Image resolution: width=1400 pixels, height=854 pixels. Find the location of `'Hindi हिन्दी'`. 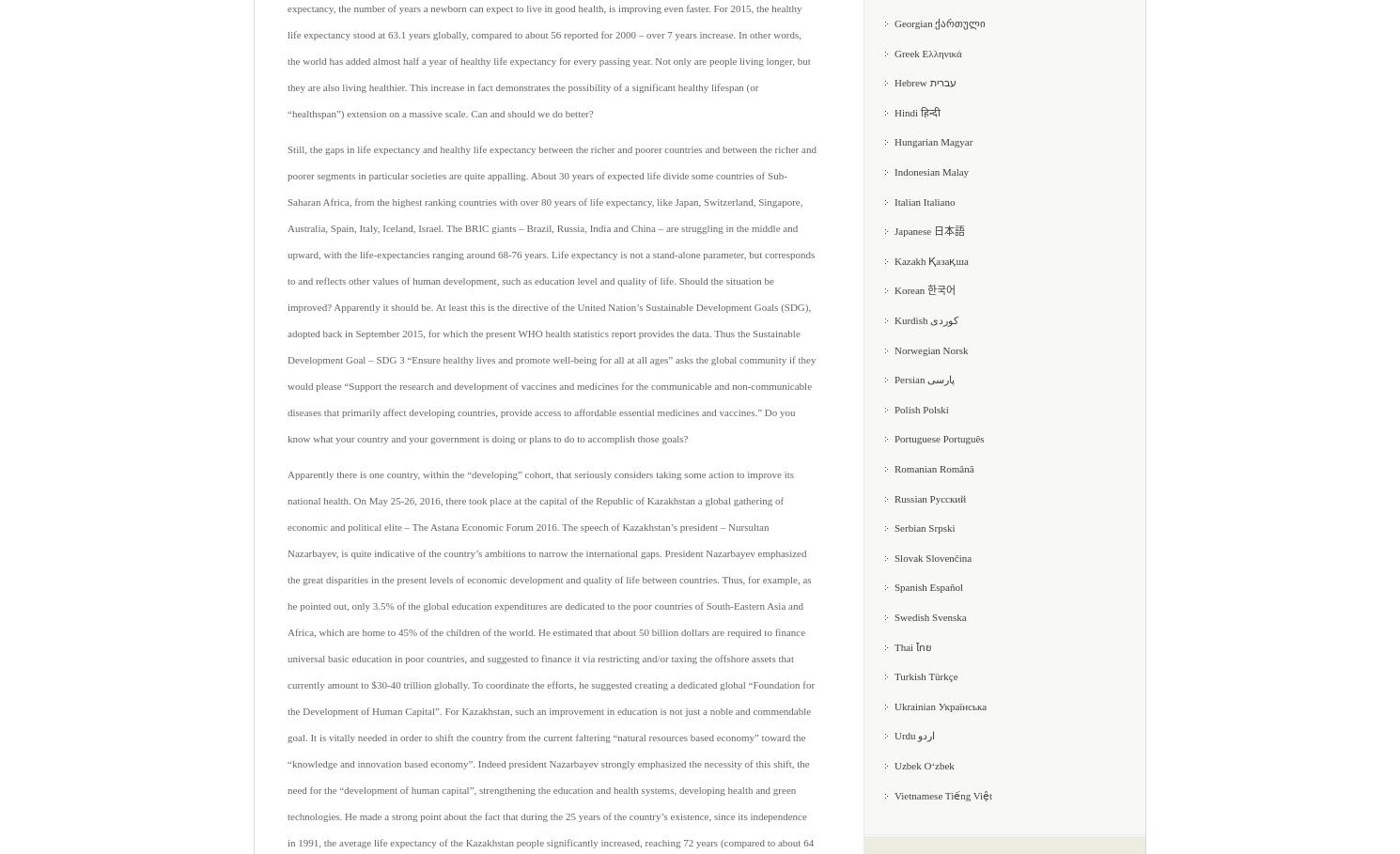

'Hindi हिन्दी' is located at coordinates (916, 111).